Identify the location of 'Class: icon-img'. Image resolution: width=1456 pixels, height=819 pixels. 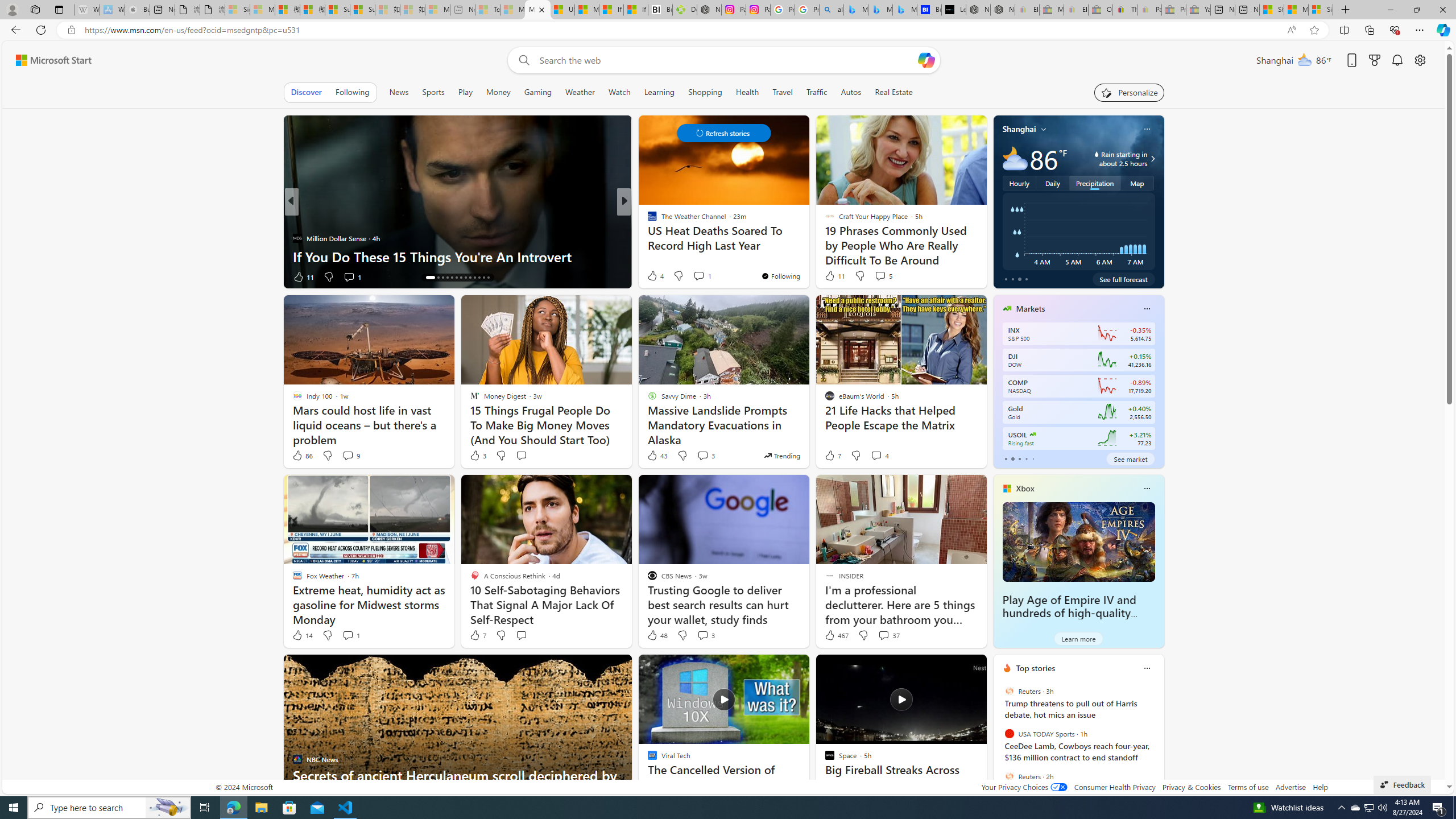
(1146, 668).